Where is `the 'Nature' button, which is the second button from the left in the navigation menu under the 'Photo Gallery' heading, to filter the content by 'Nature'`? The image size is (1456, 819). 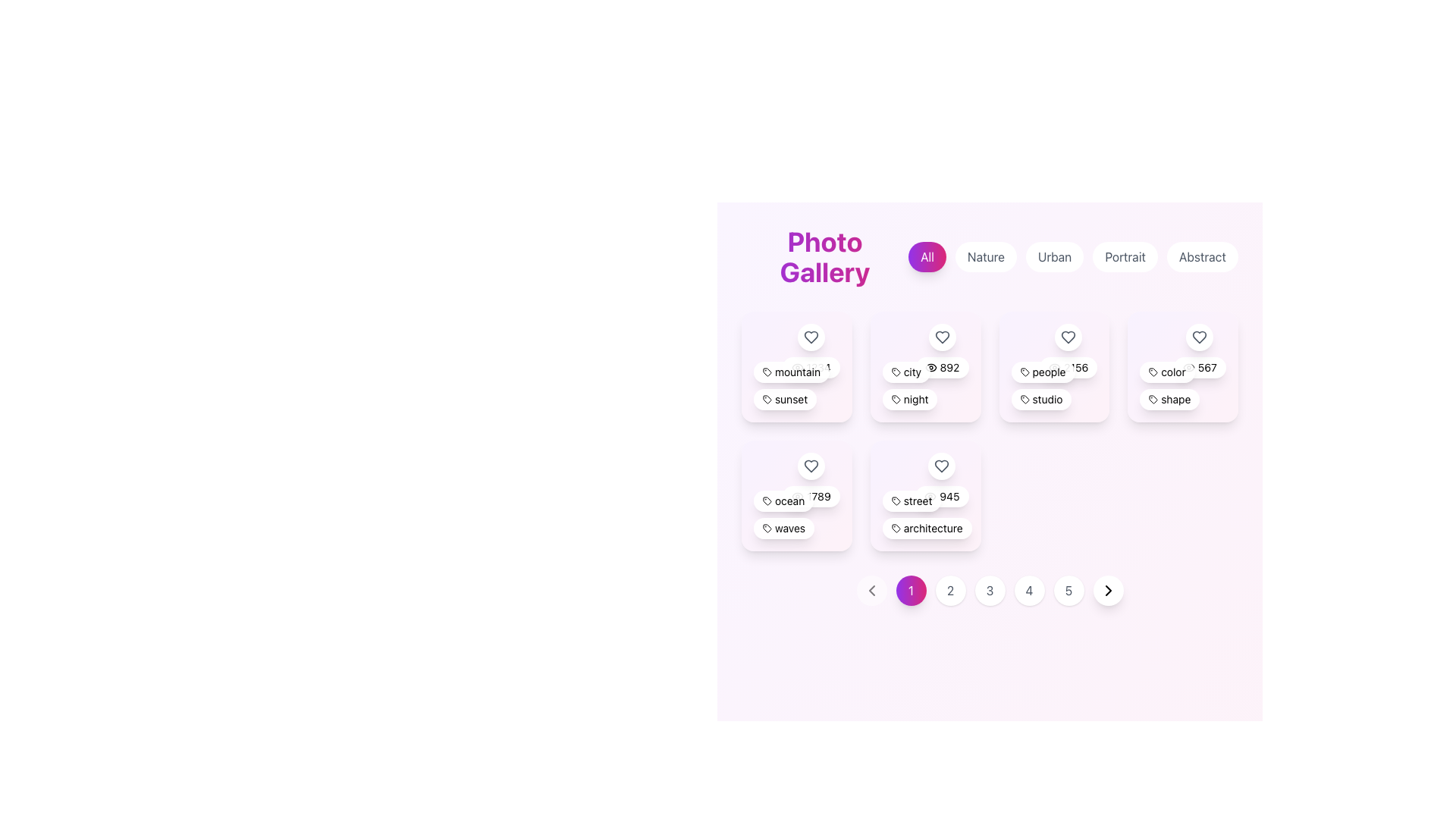 the 'Nature' button, which is the second button from the left in the navigation menu under the 'Photo Gallery' heading, to filter the content by 'Nature' is located at coordinates (986, 256).